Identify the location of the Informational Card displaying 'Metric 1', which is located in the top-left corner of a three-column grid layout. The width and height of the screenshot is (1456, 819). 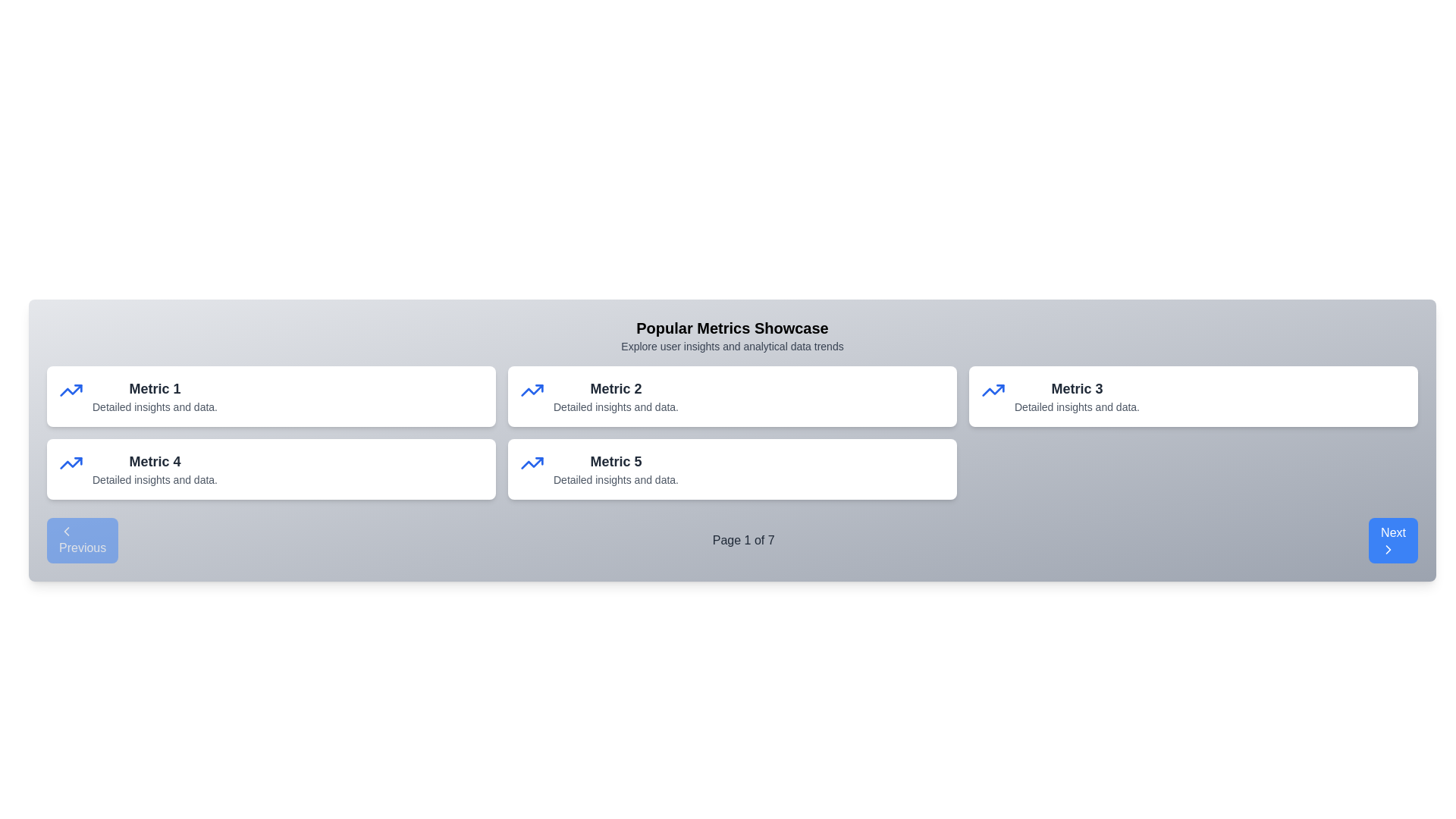
(271, 396).